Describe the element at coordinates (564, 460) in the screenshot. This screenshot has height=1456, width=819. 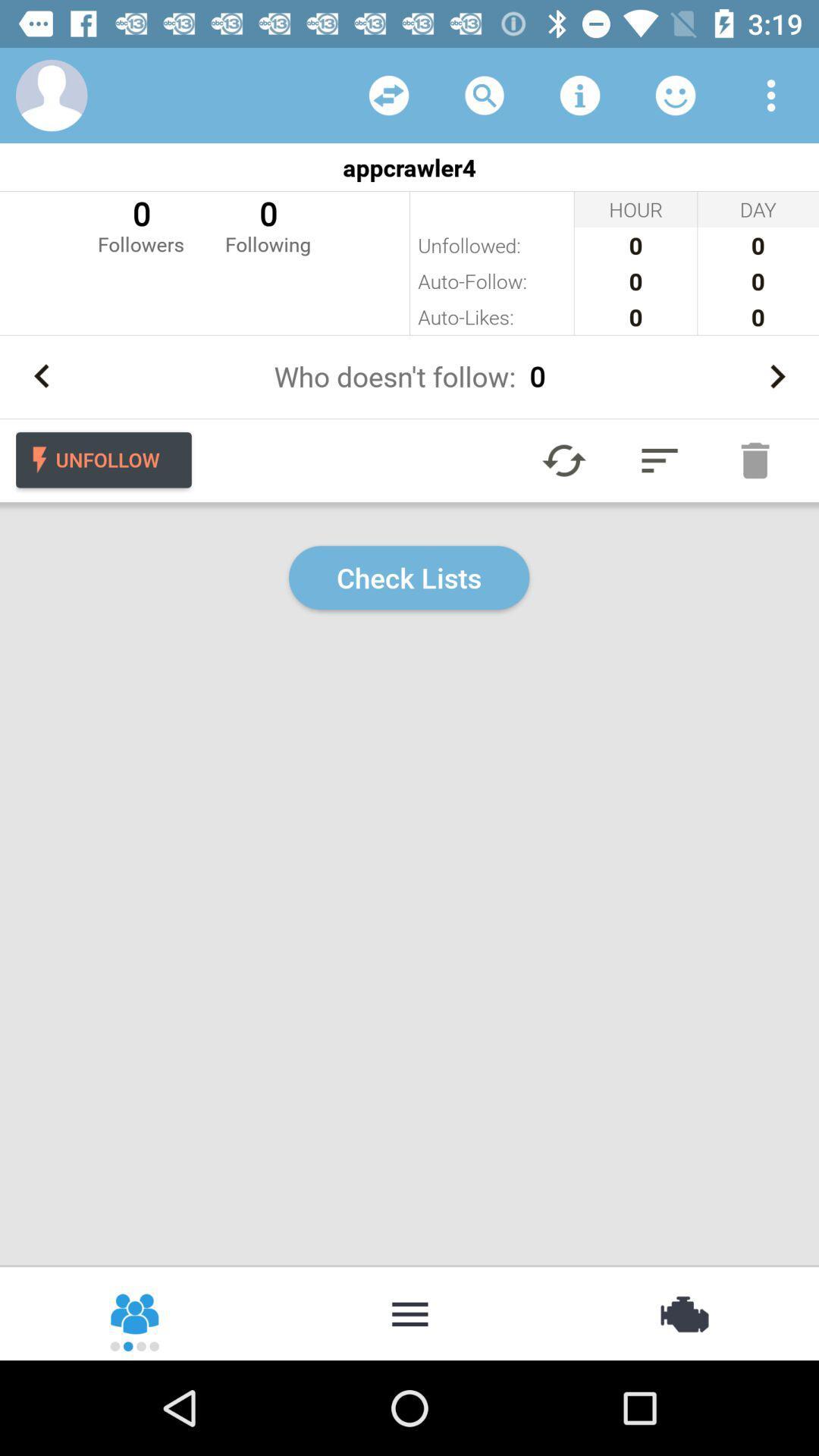
I see `the icon to the right of unfollow` at that location.